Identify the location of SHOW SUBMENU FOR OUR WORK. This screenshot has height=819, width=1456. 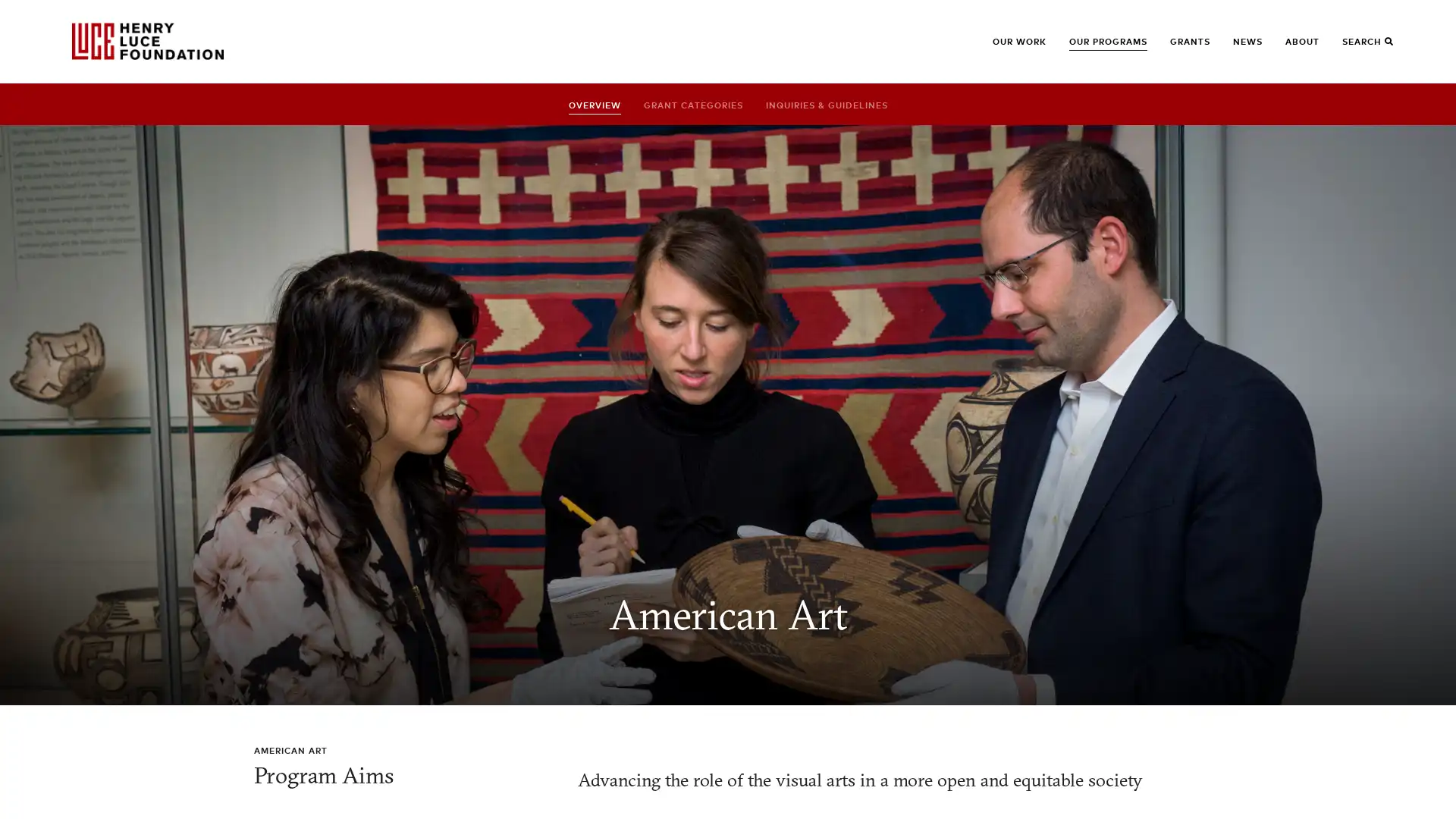
(1016, 48).